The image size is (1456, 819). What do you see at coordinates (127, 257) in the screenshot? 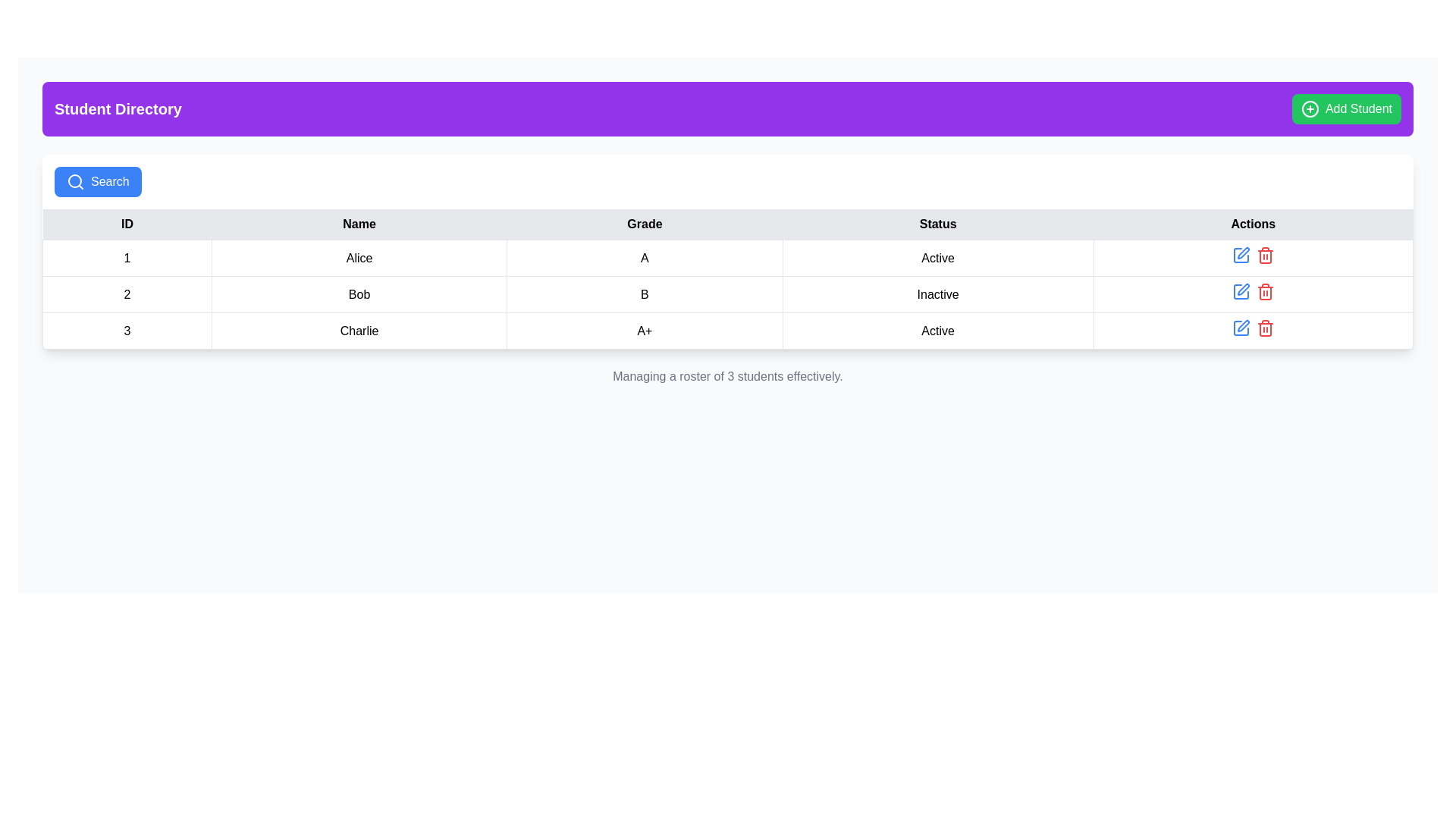
I see `text content of the first cell in the first row of the table displaying '1', located under the 'ID' header` at bounding box center [127, 257].